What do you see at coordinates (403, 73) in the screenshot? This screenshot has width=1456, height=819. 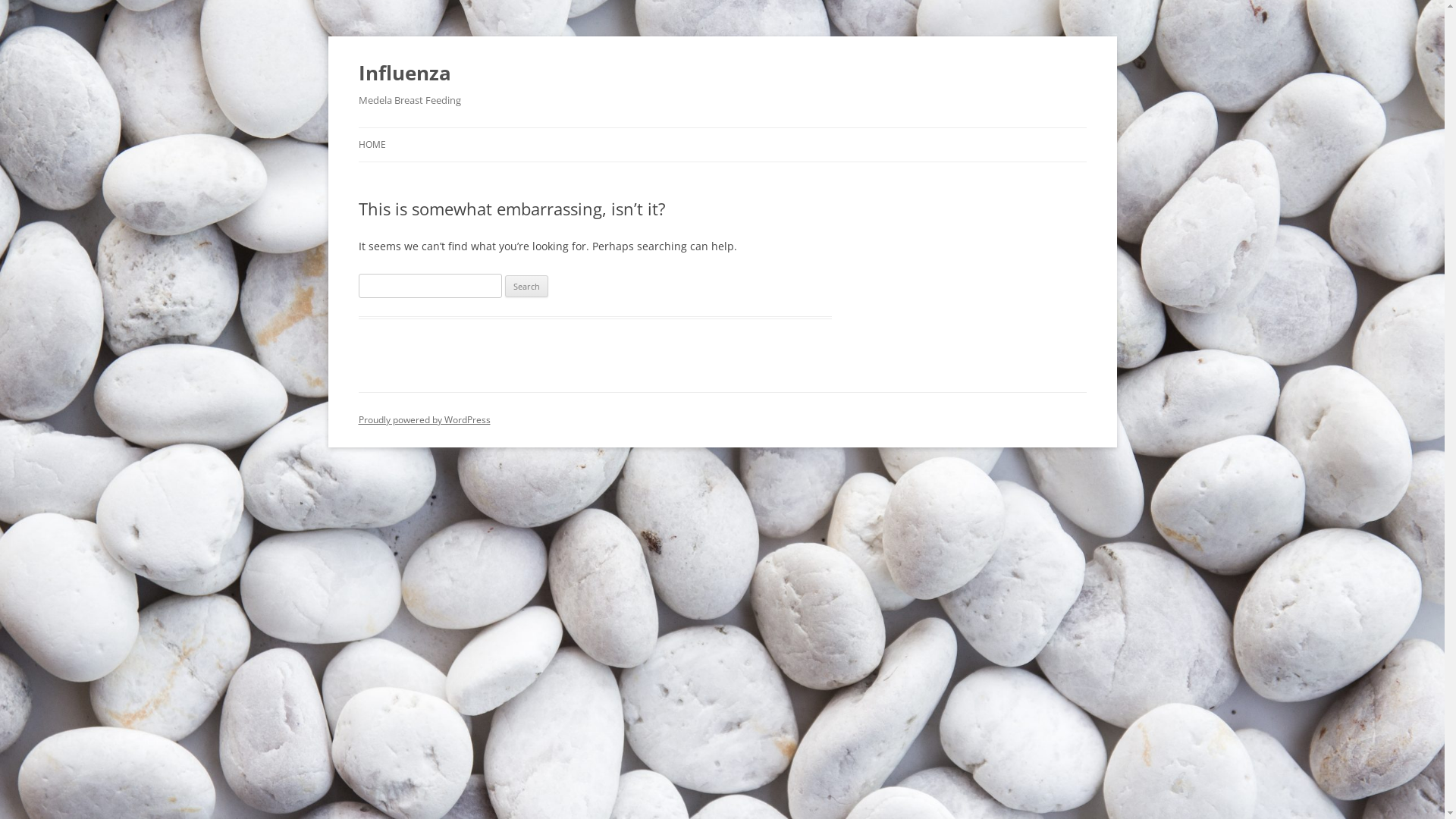 I see `'Influenza'` at bounding box center [403, 73].